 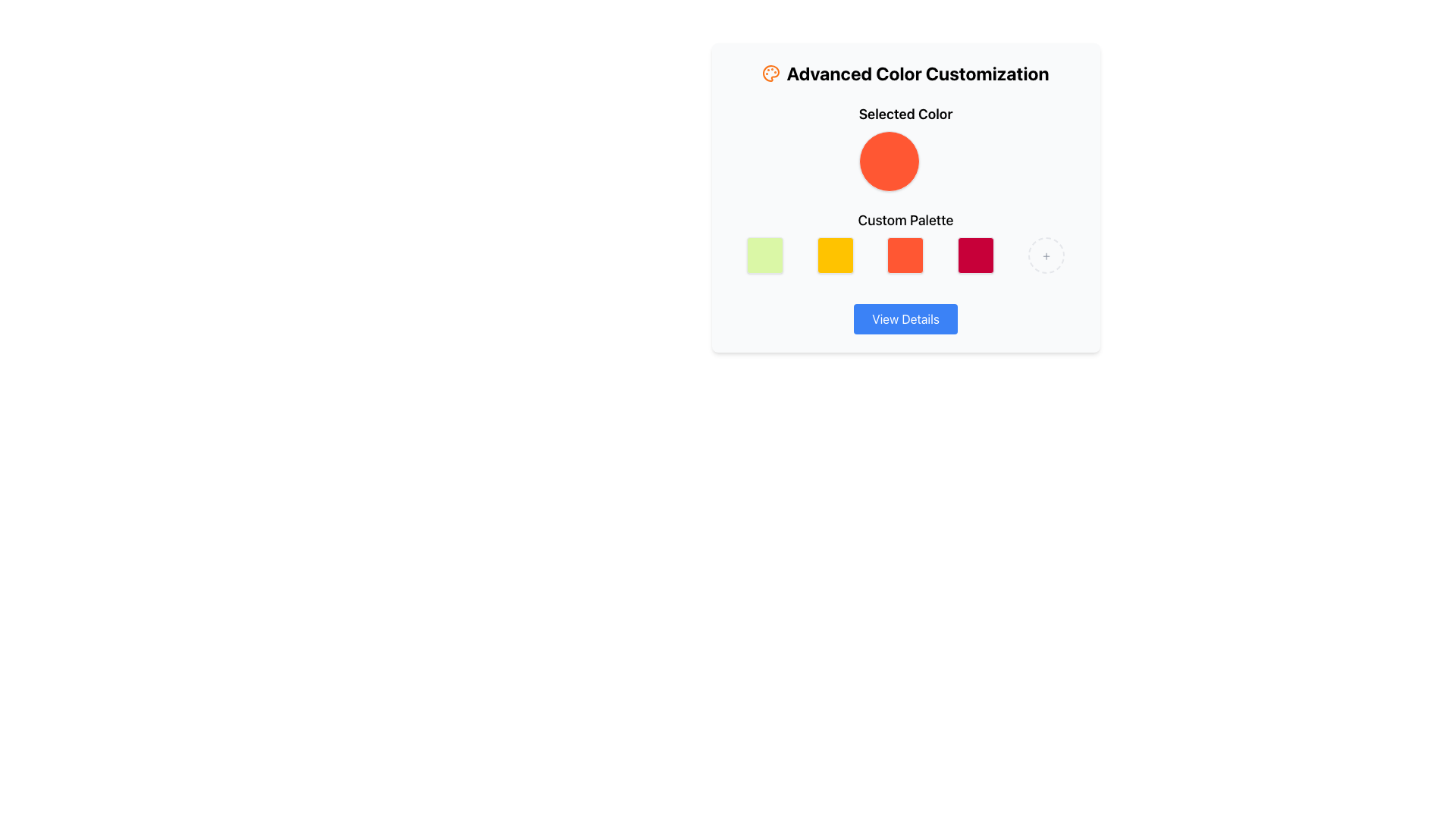 What do you see at coordinates (889, 161) in the screenshot?
I see `the circular, red-colored decorative element located below the 'Selected Color' text` at bounding box center [889, 161].